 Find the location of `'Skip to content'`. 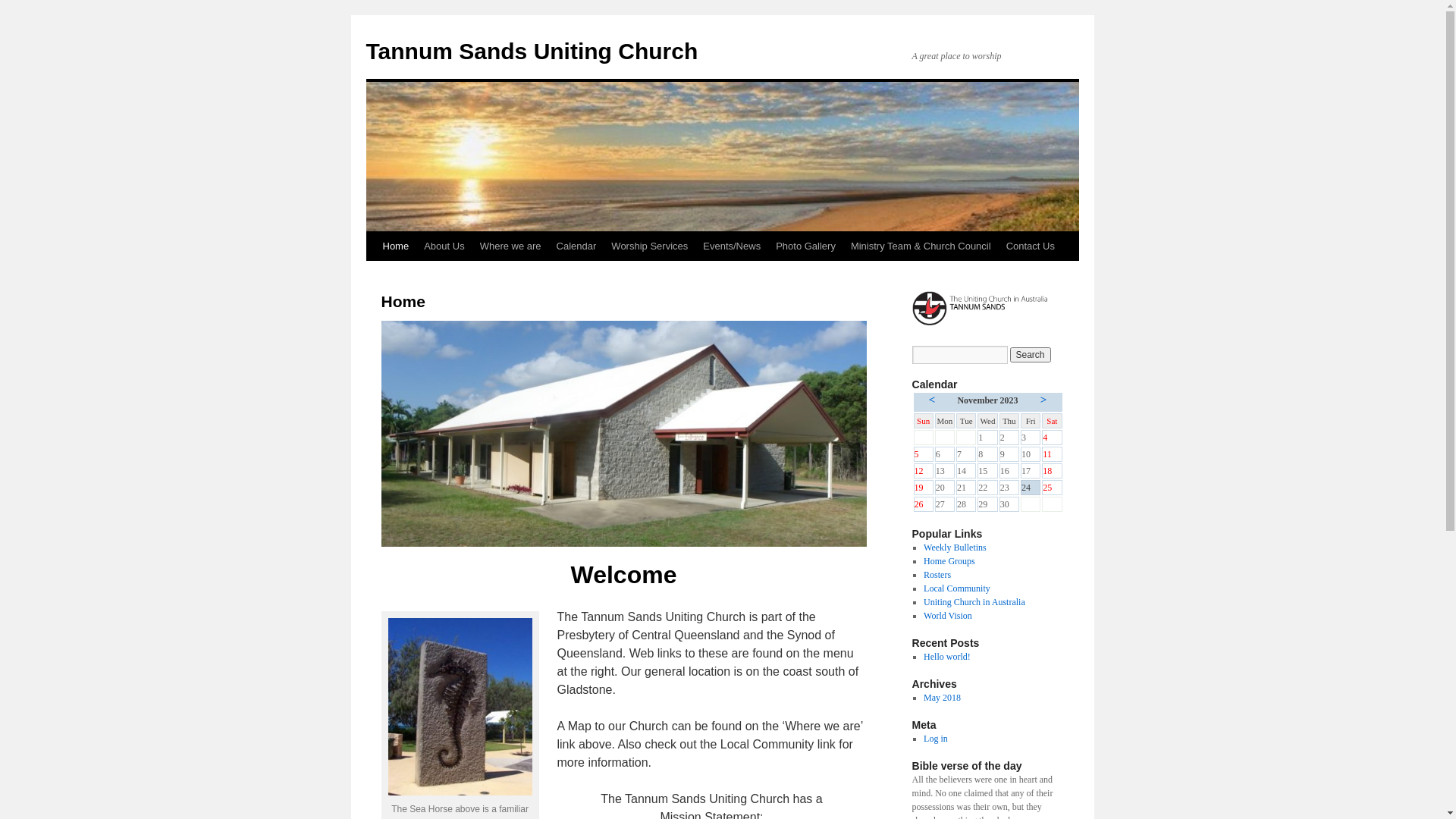

'Skip to content' is located at coordinates (372, 275).